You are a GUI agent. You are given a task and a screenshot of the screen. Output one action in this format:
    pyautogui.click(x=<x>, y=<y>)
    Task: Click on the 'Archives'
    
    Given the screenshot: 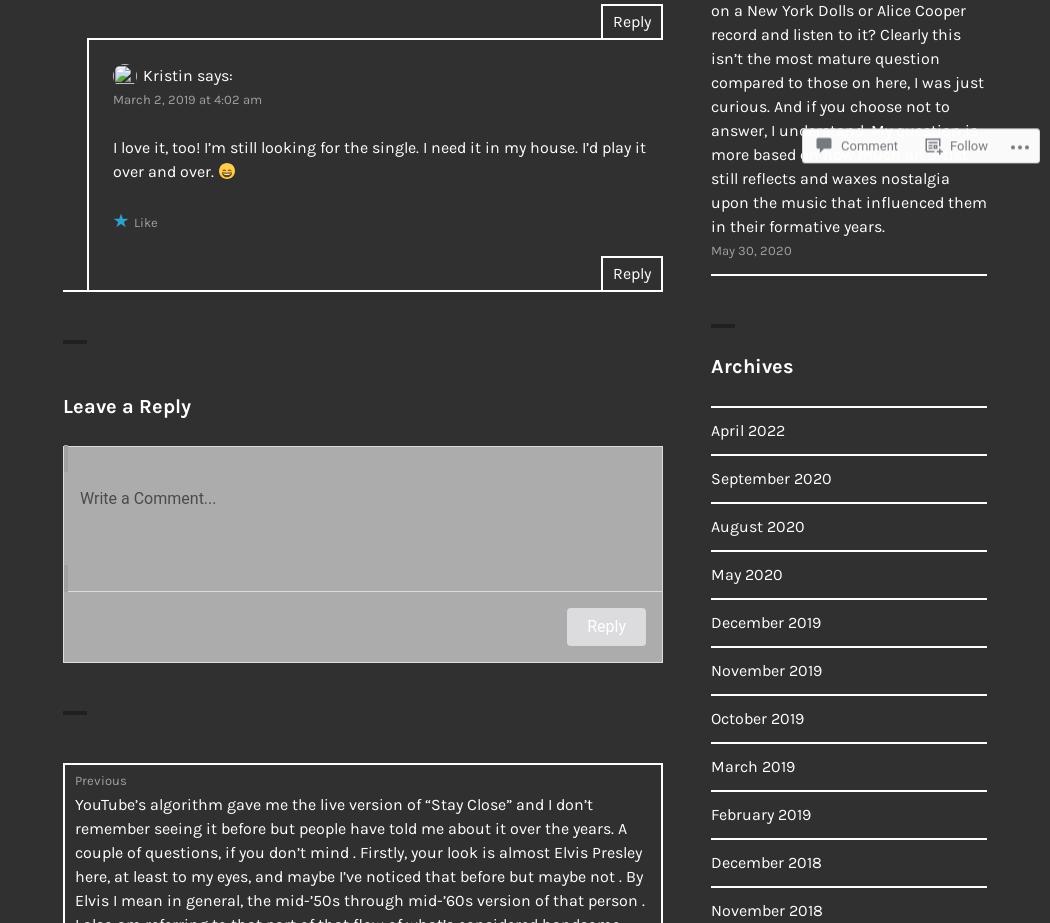 What is the action you would take?
    pyautogui.click(x=710, y=366)
    